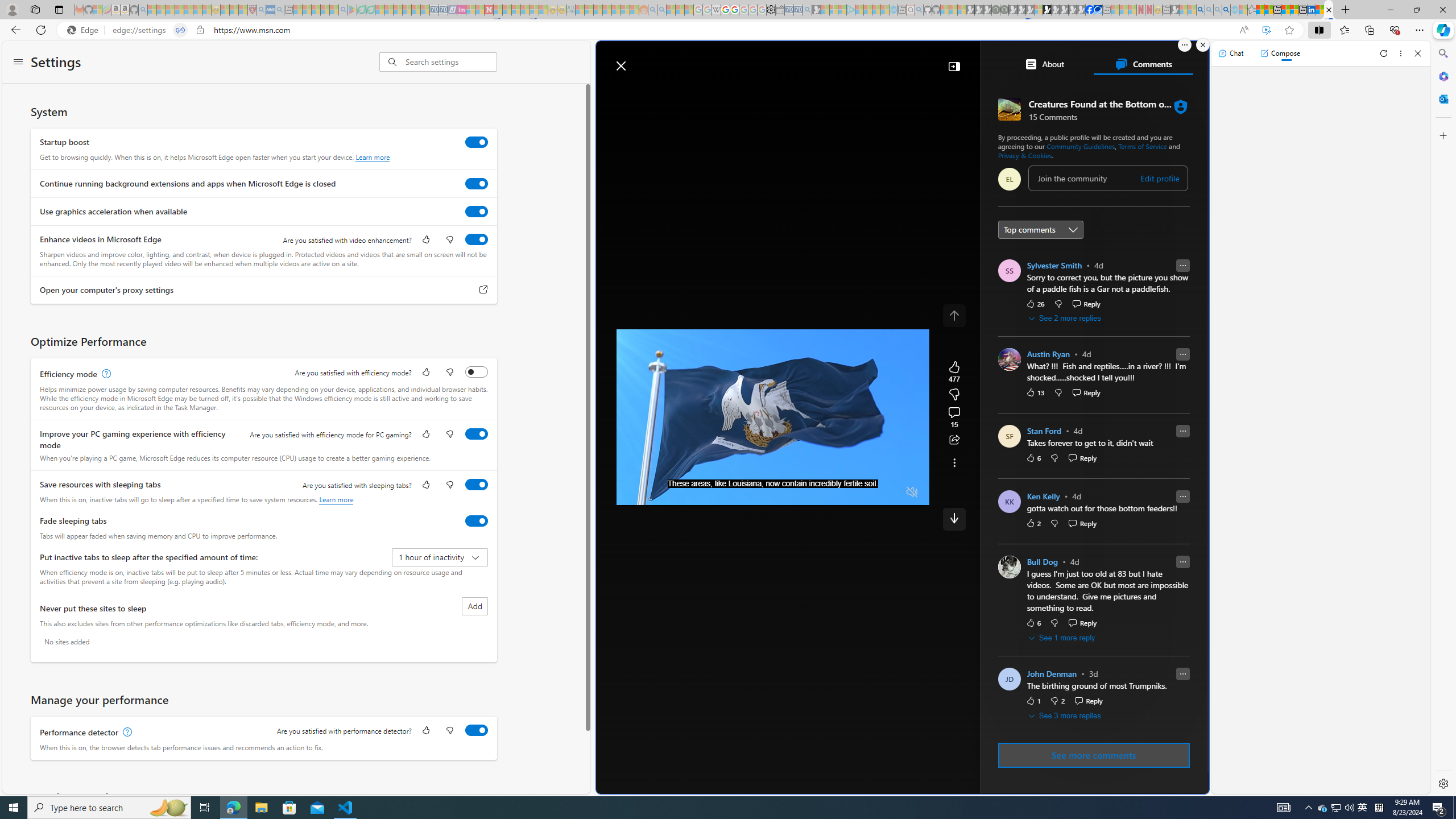 This screenshot has width=1456, height=819. What do you see at coordinates (476, 239) in the screenshot?
I see `'Enhance videos in Microsoft Edge'` at bounding box center [476, 239].